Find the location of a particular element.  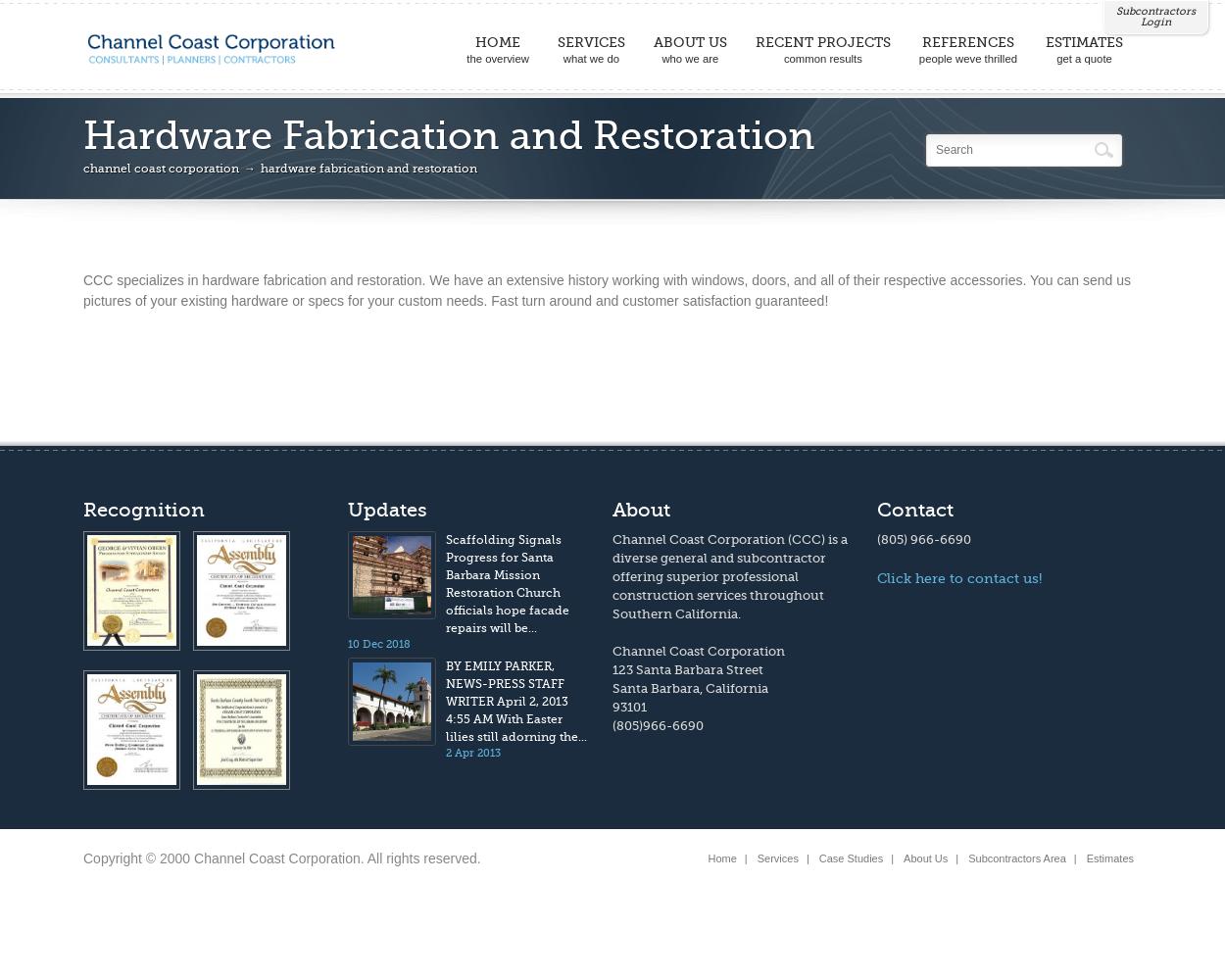

'123 Santa Barbara Street' is located at coordinates (687, 669).